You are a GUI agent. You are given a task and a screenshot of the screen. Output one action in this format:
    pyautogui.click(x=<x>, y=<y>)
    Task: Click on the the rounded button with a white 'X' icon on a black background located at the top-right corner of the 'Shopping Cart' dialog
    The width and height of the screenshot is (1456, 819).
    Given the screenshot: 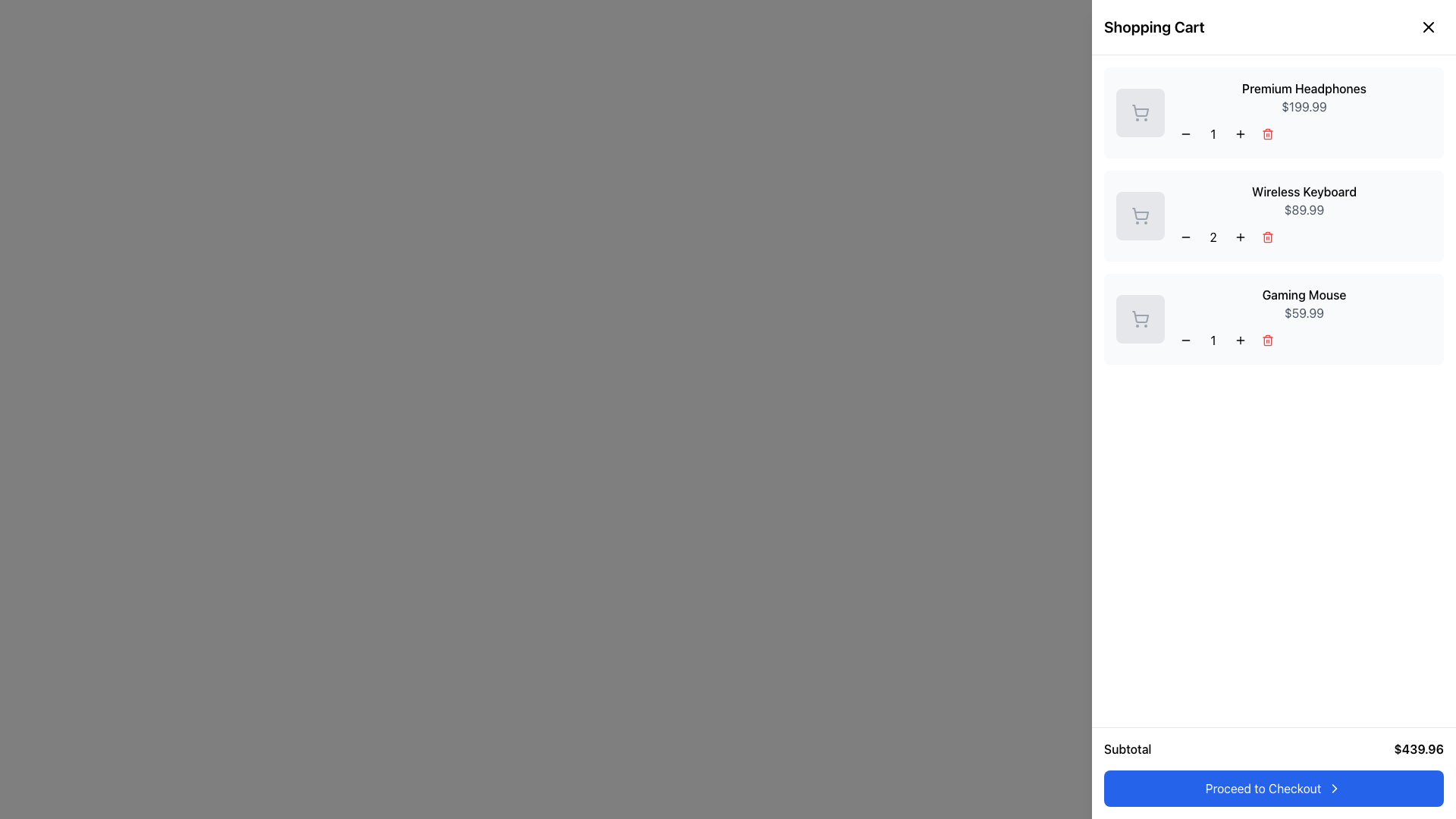 What is the action you would take?
    pyautogui.click(x=1425, y=30)
    